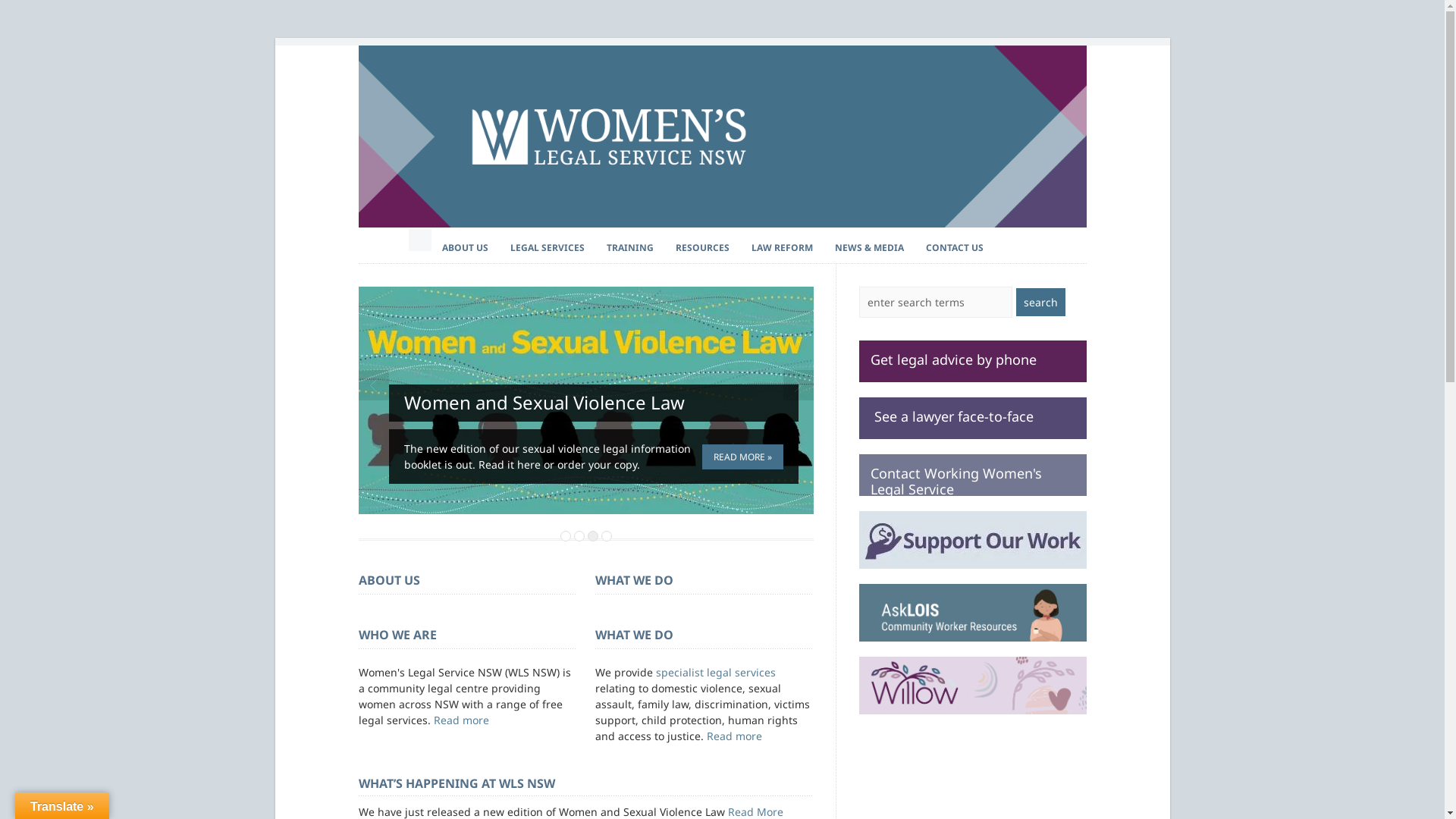  I want to click on 'Next', so click(796, 384).